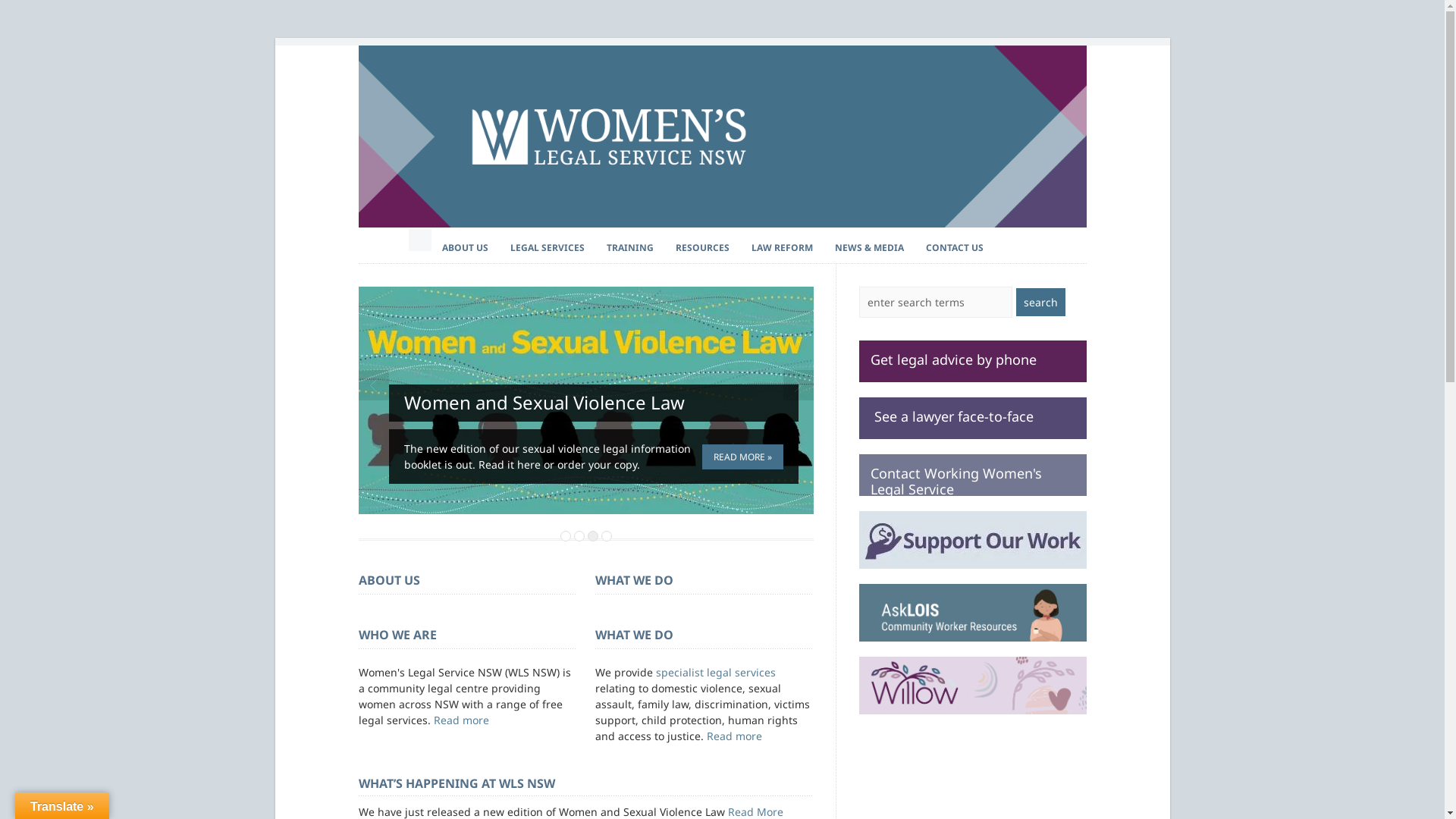  I want to click on 'Next', so click(796, 384).